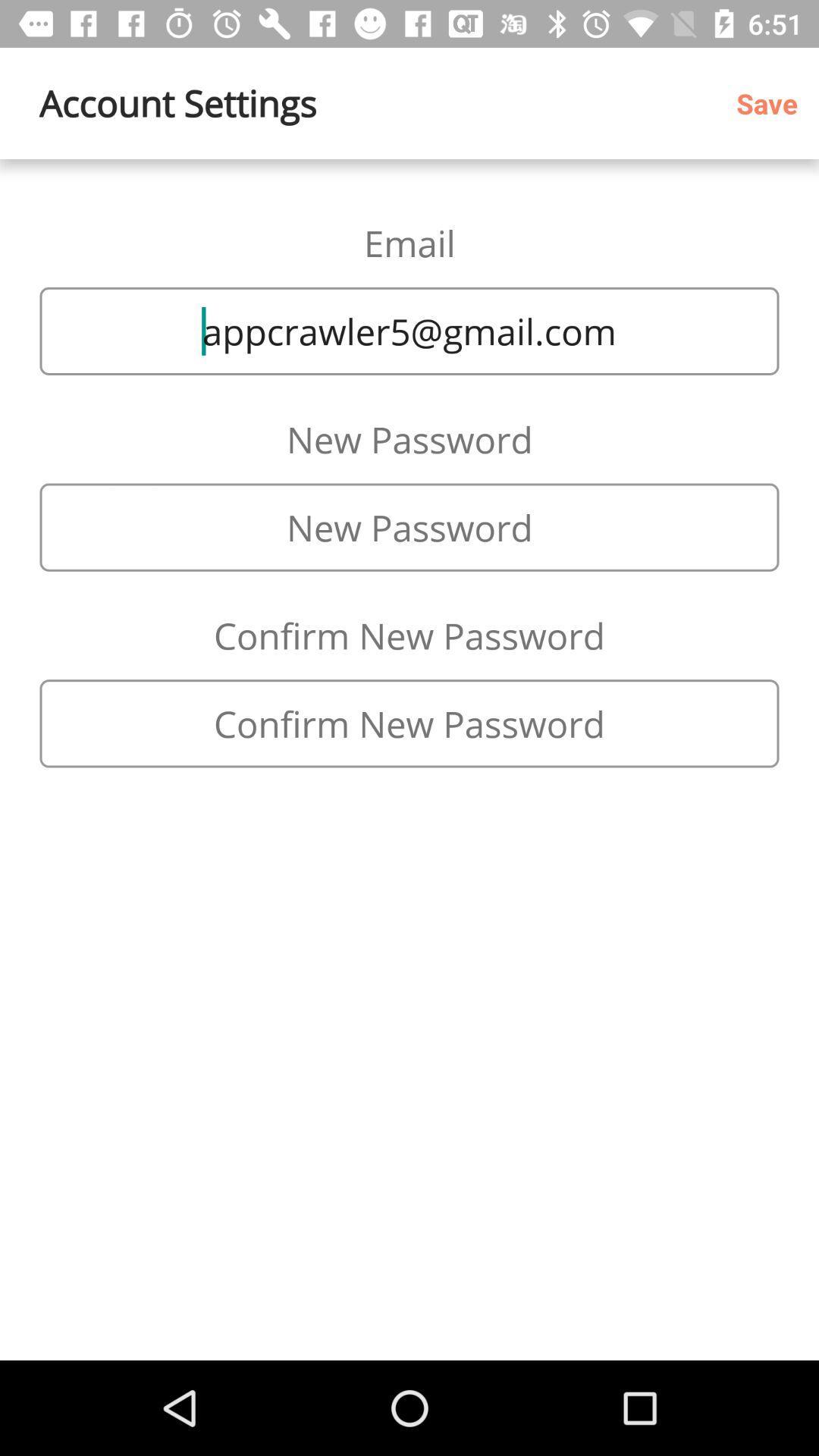 The height and width of the screenshot is (1456, 819). Describe the element at coordinates (409, 527) in the screenshot. I see `new password` at that location.